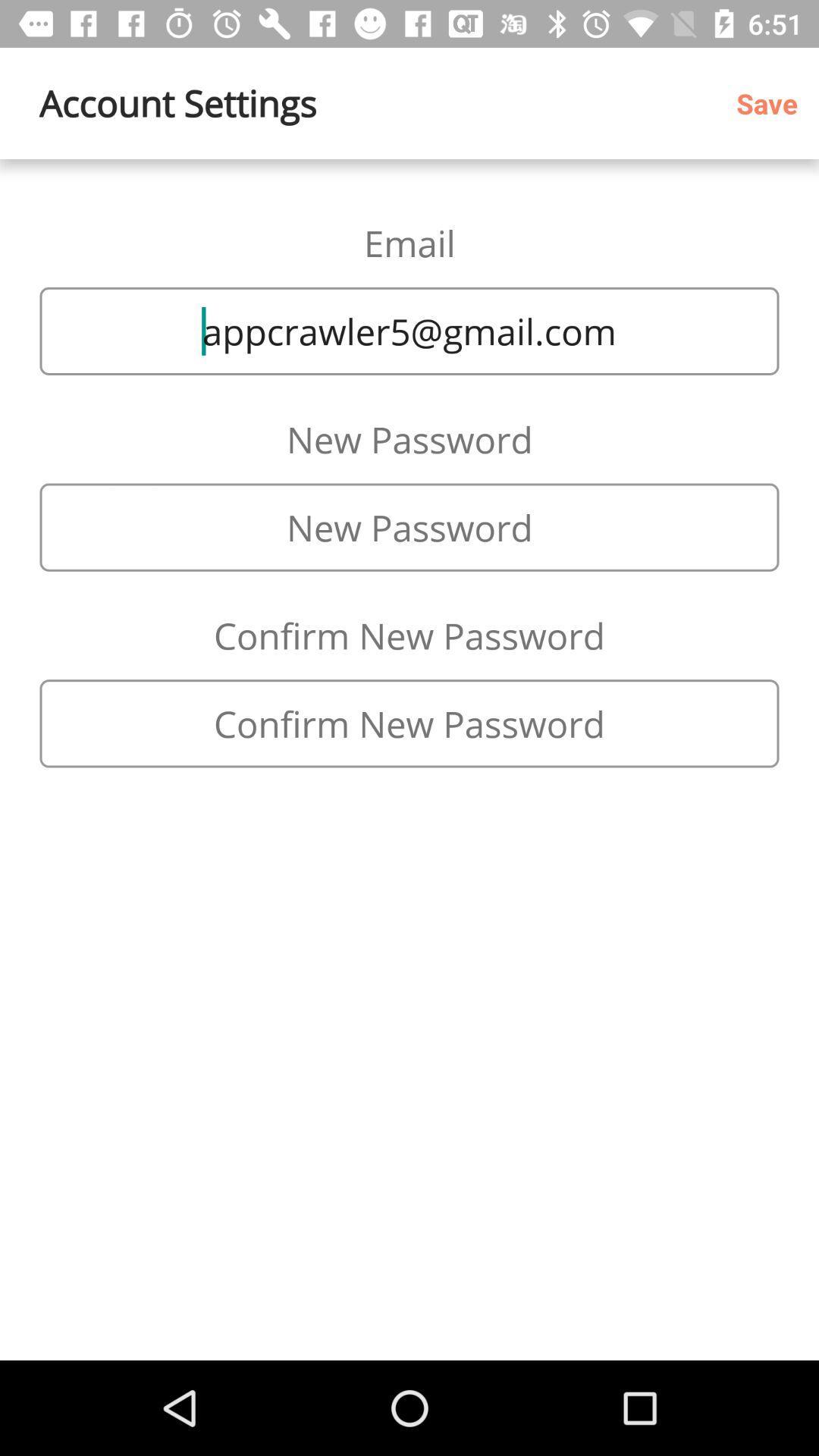 The height and width of the screenshot is (1456, 819). Describe the element at coordinates (409, 527) in the screenshot. I see `new password` at that location.